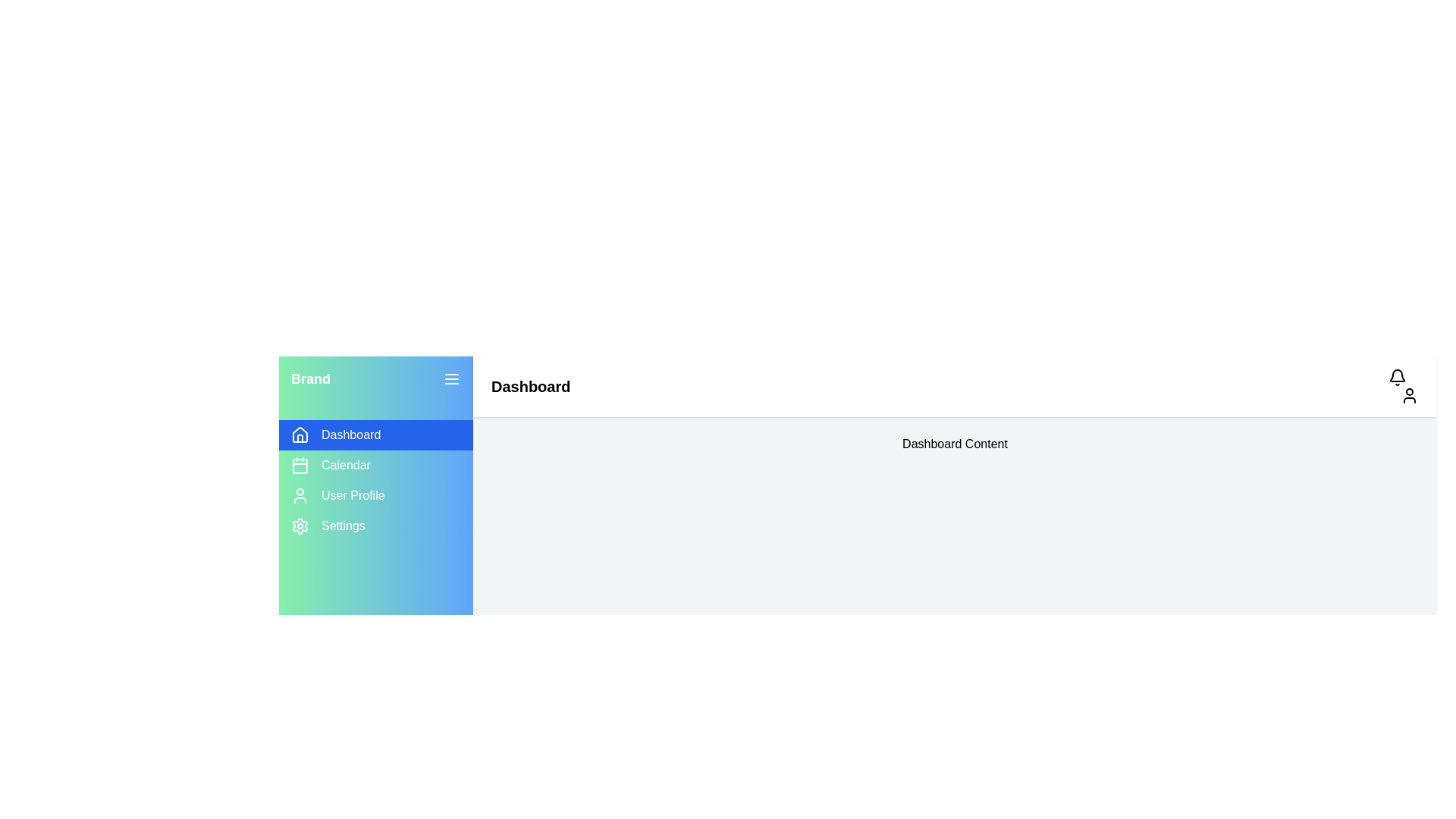  What do you see at coordinates (309, 378) in the screenshot?
I see `the branding or title label located in the top left corner of the navigation sidebar, which is positioned above the navigation links and to the left of the menu icon` at bounding box center [309, 378].